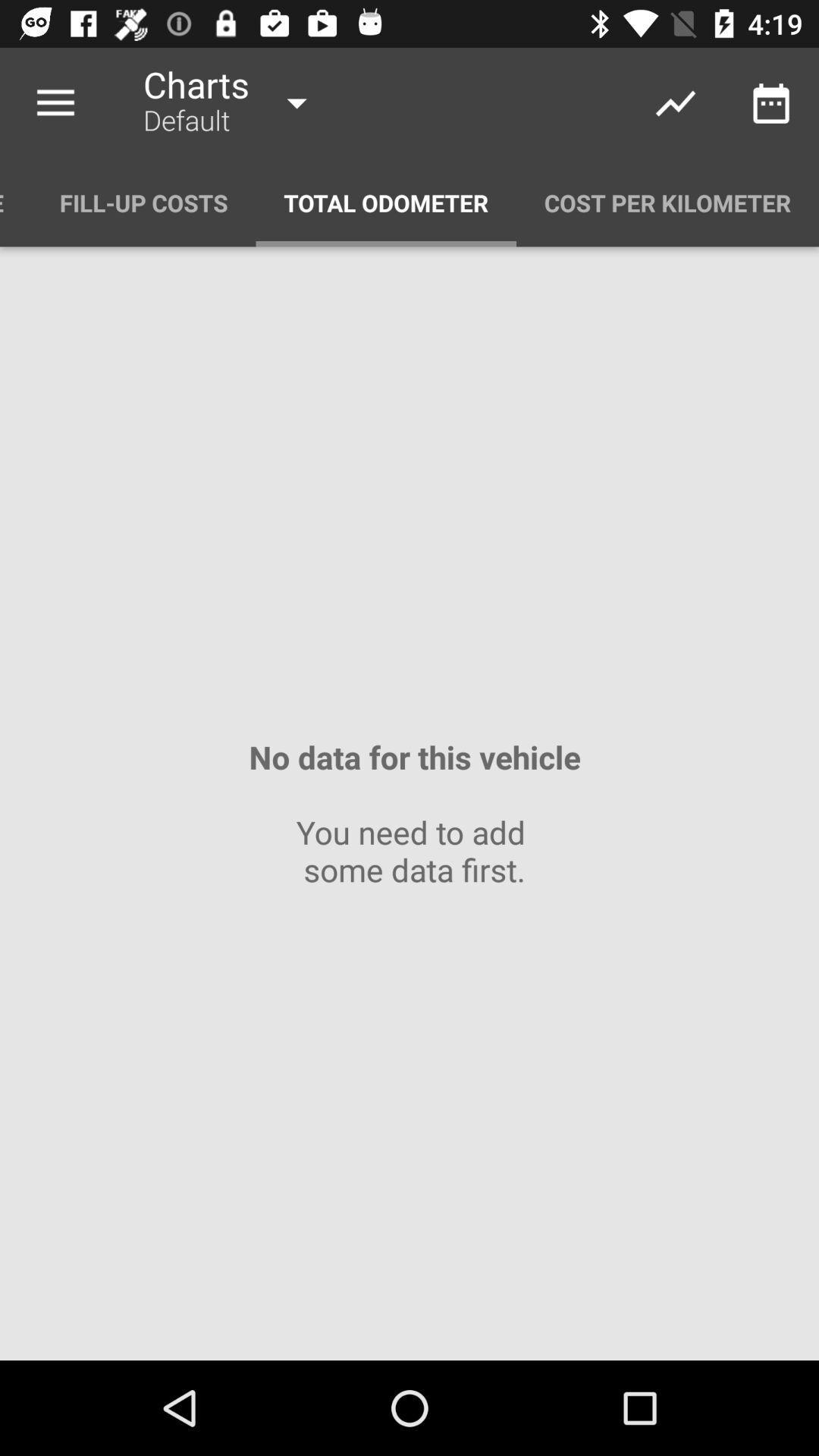  Describe the element at coordinates (143, 202) in the screenshot. I see `item above no data for` at that location.